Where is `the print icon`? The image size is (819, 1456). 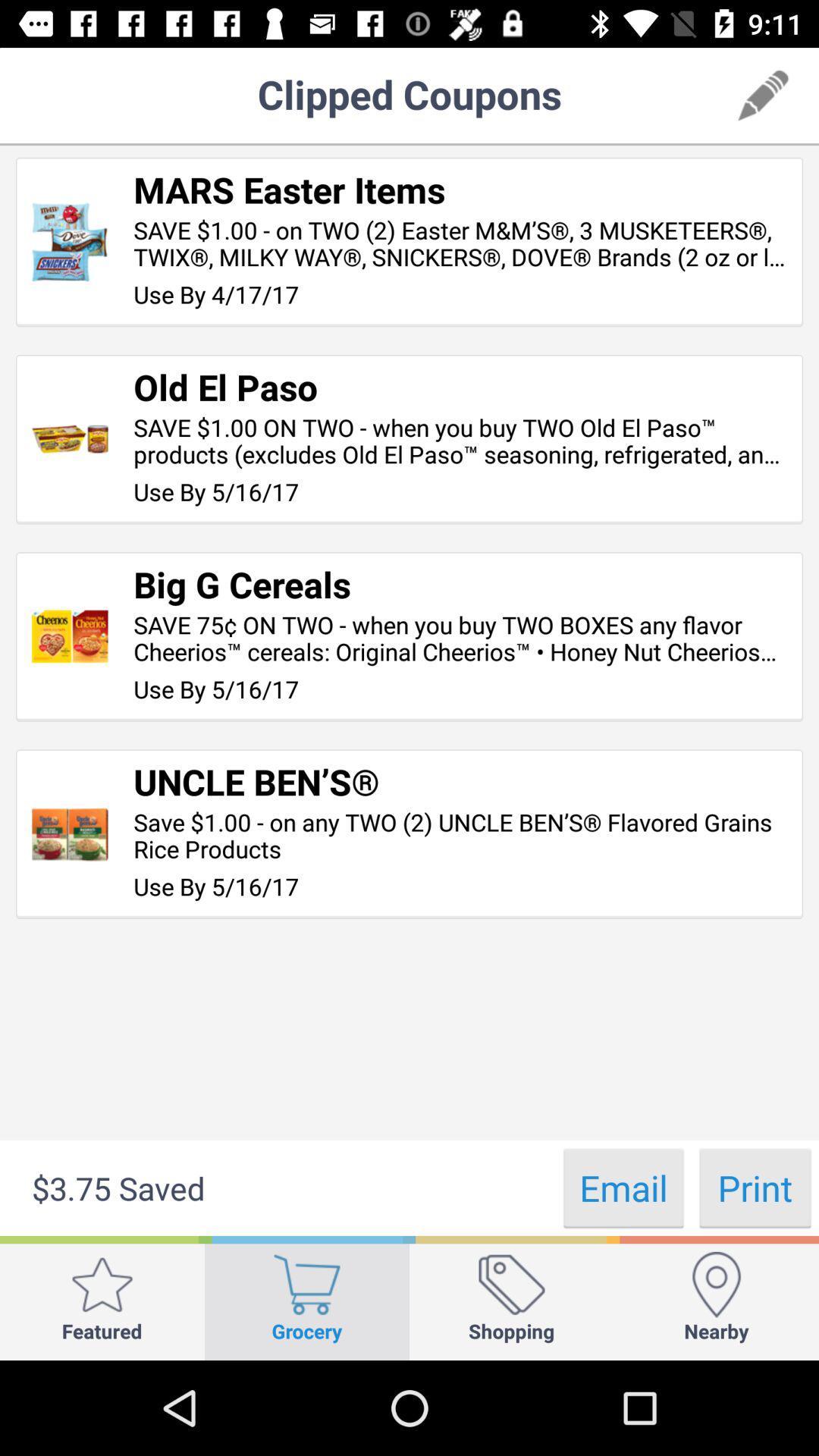
the print icon is located at coordinates (755, 1187).